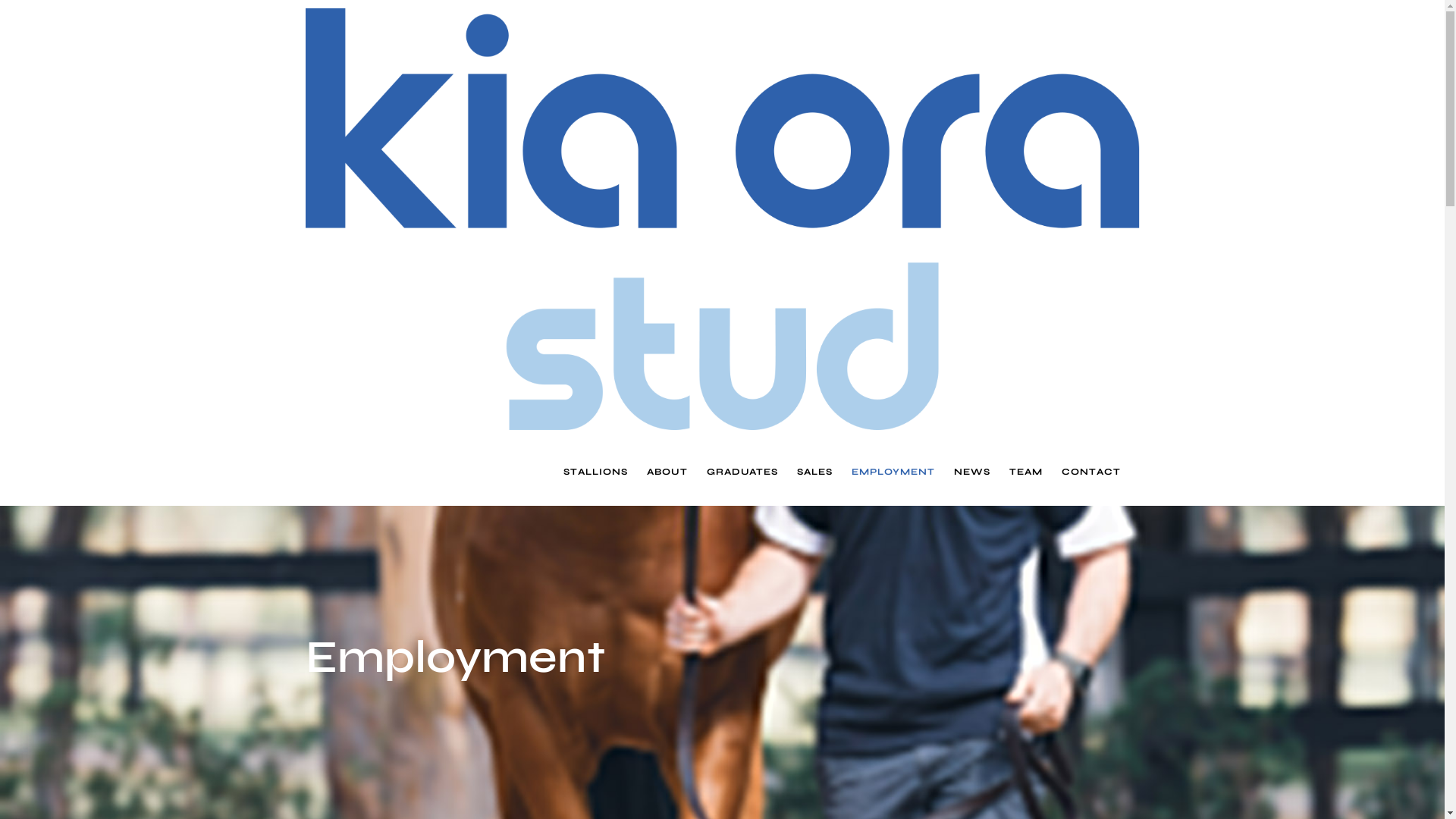  Describe the element at coordinates (742, 470) in the screenshot. I see `'GRADUATES'` at that location.